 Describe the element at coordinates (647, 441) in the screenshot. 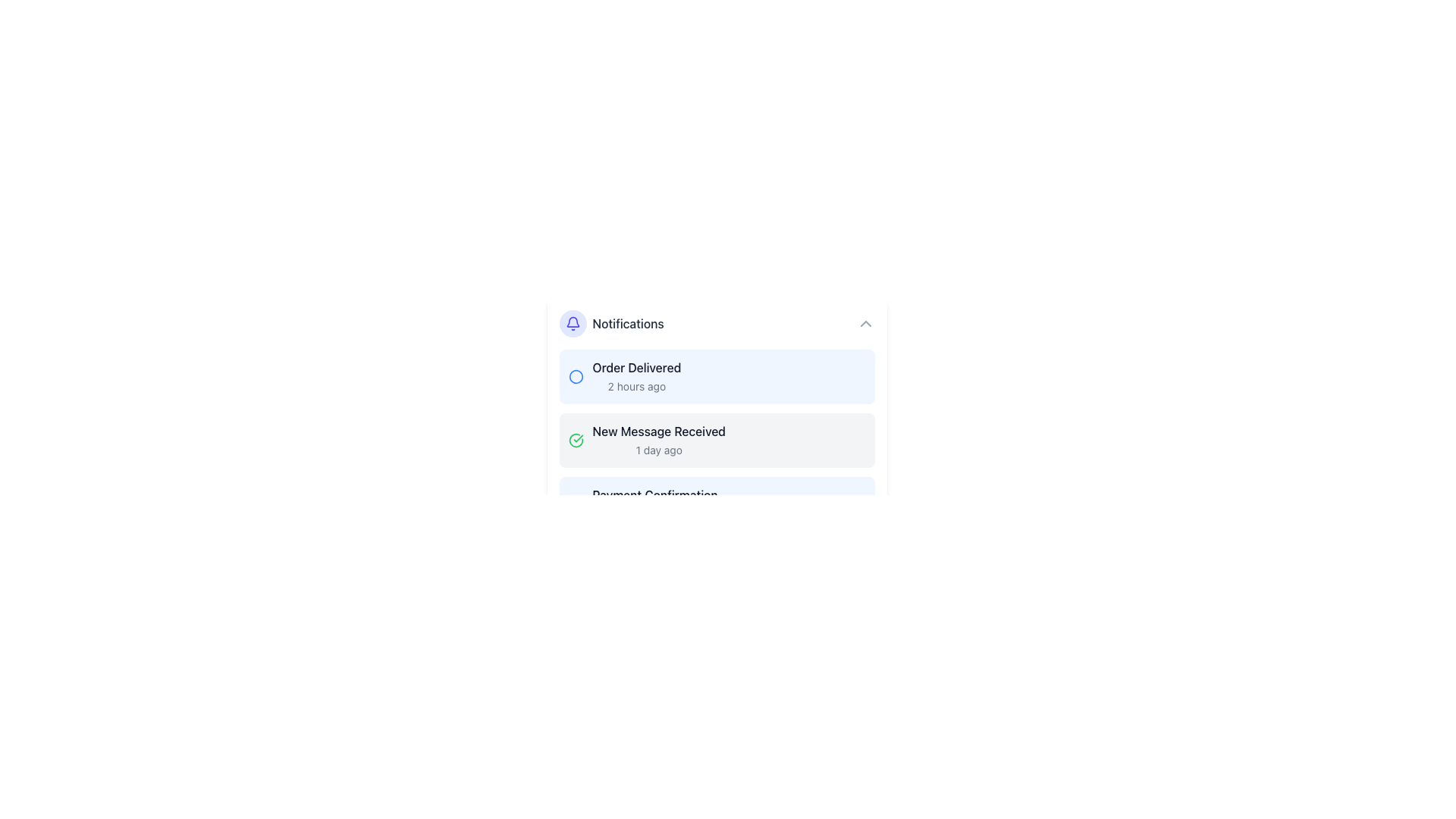

I see `the second notification item in the 'Notifications' list` at that location.